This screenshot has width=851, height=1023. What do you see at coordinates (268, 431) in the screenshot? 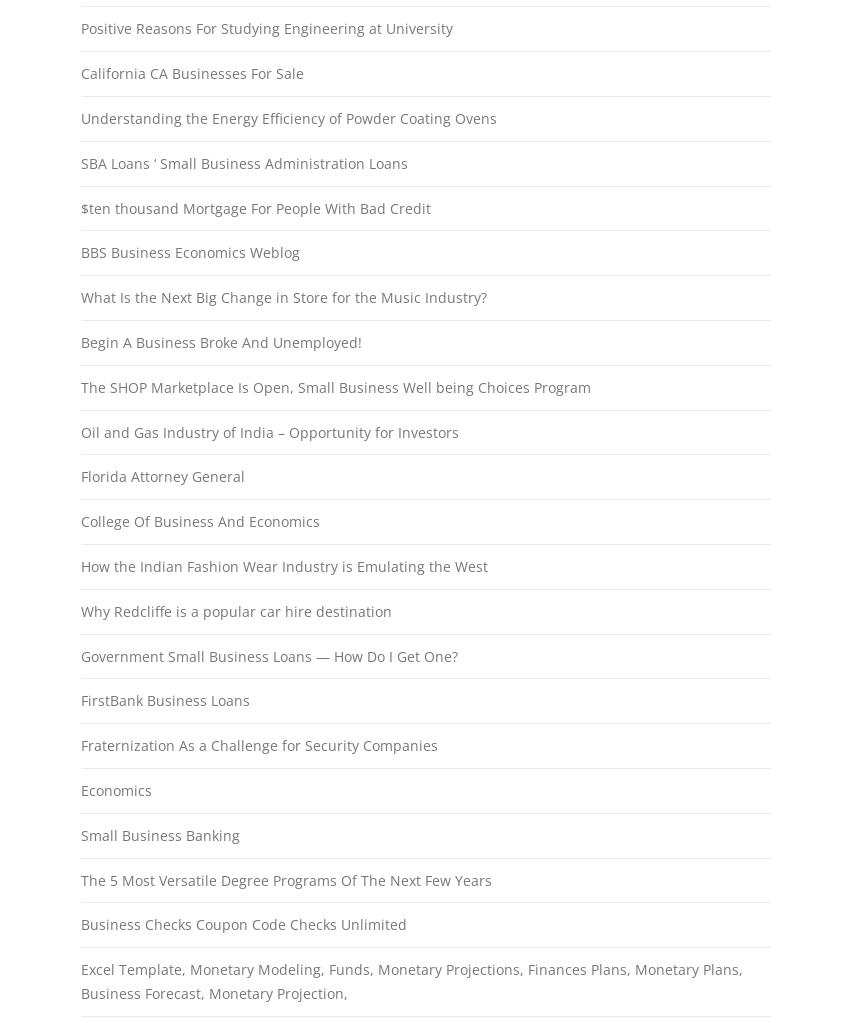
I see `'Oil and Gas Industry of India – Opportunity for Investors'` at bounding box center [268, 431].